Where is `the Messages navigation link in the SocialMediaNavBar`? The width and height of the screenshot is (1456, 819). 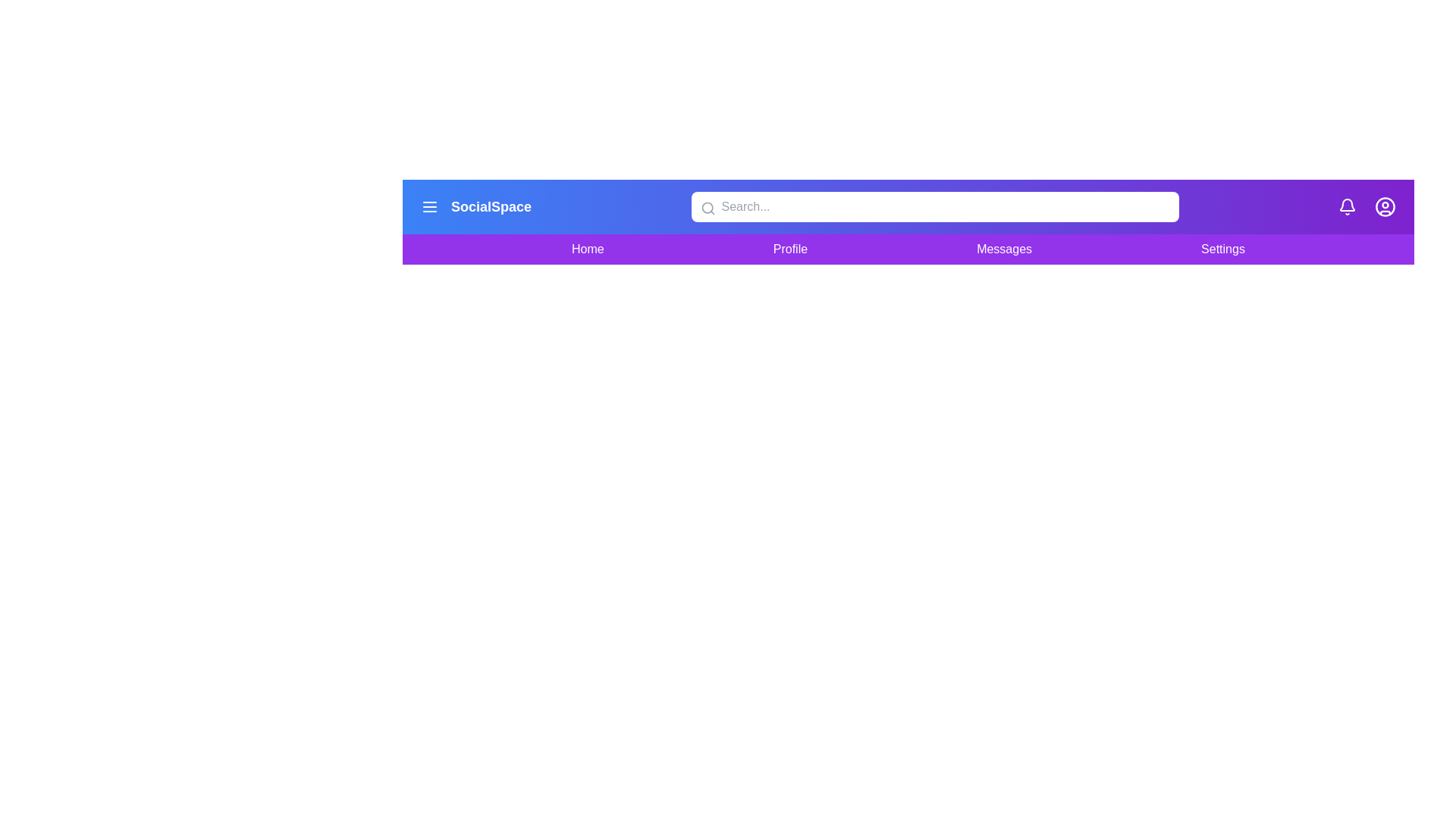 the Messages navigation link in the SocialMediaNavBar is located at coordinates (1004, 248).